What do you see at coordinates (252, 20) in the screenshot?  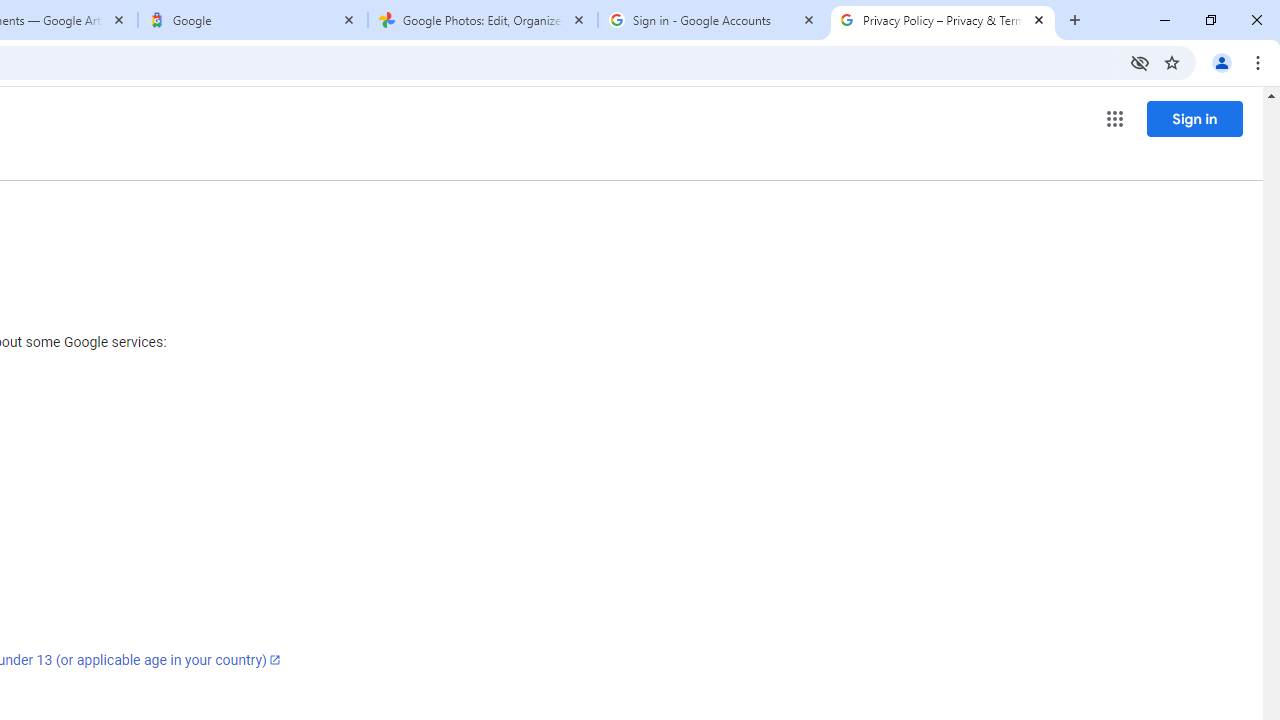 I see `'Google'` at bounding box center [252, 20].